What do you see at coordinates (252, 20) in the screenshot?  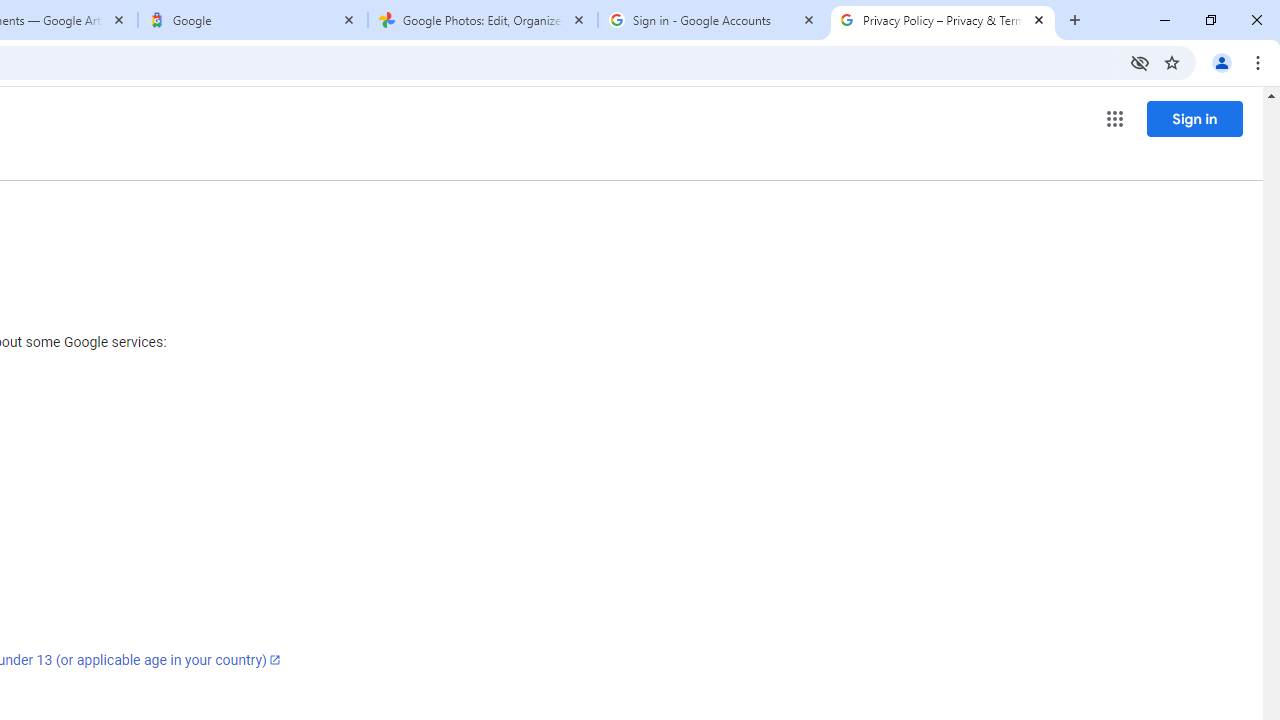 I see `'Google'` at bounding box center [252, 20].